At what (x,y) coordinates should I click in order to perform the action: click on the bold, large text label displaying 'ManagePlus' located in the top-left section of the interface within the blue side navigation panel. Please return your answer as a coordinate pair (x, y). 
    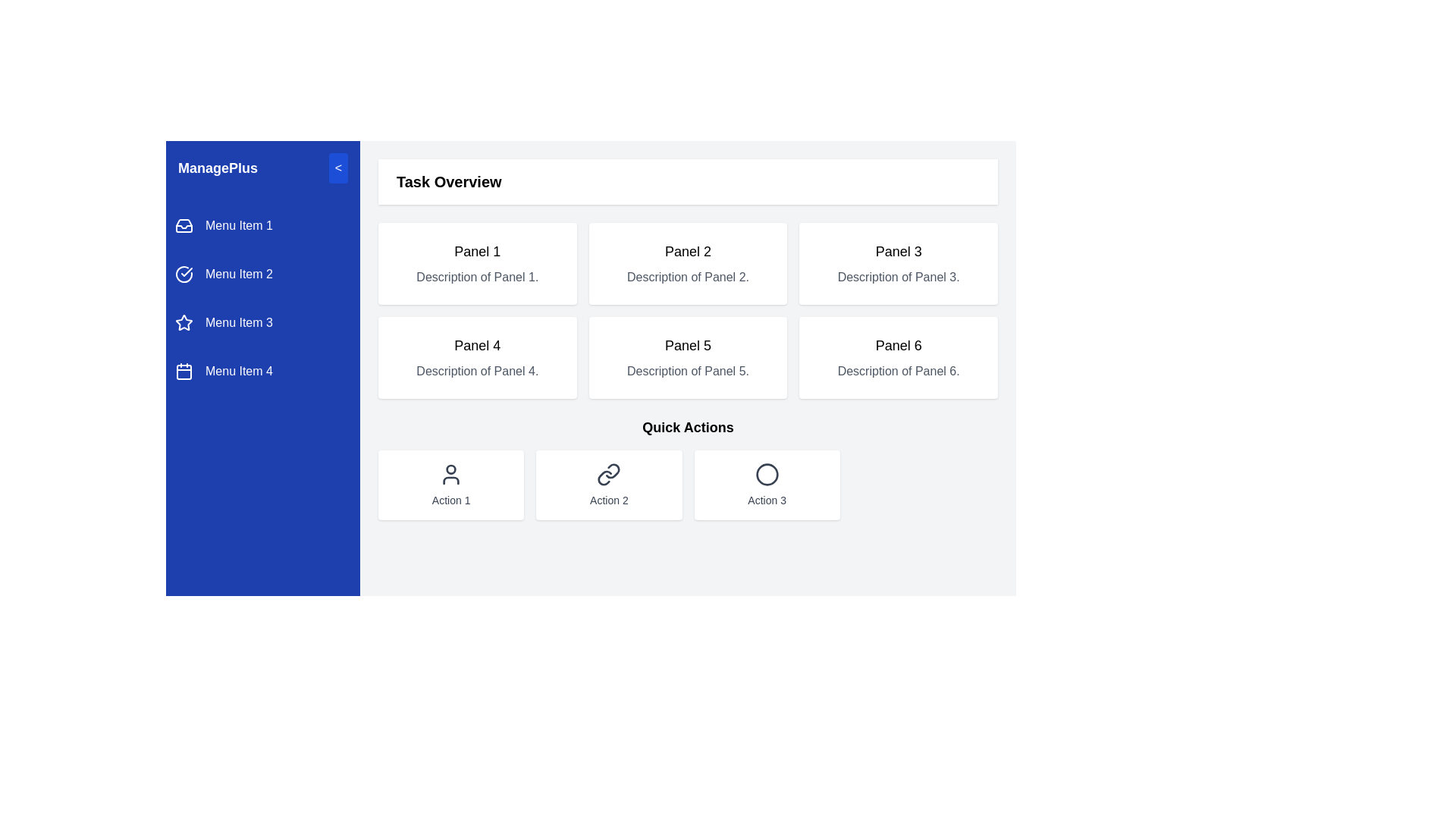
    Looking at the image, I should click on (217, 168).